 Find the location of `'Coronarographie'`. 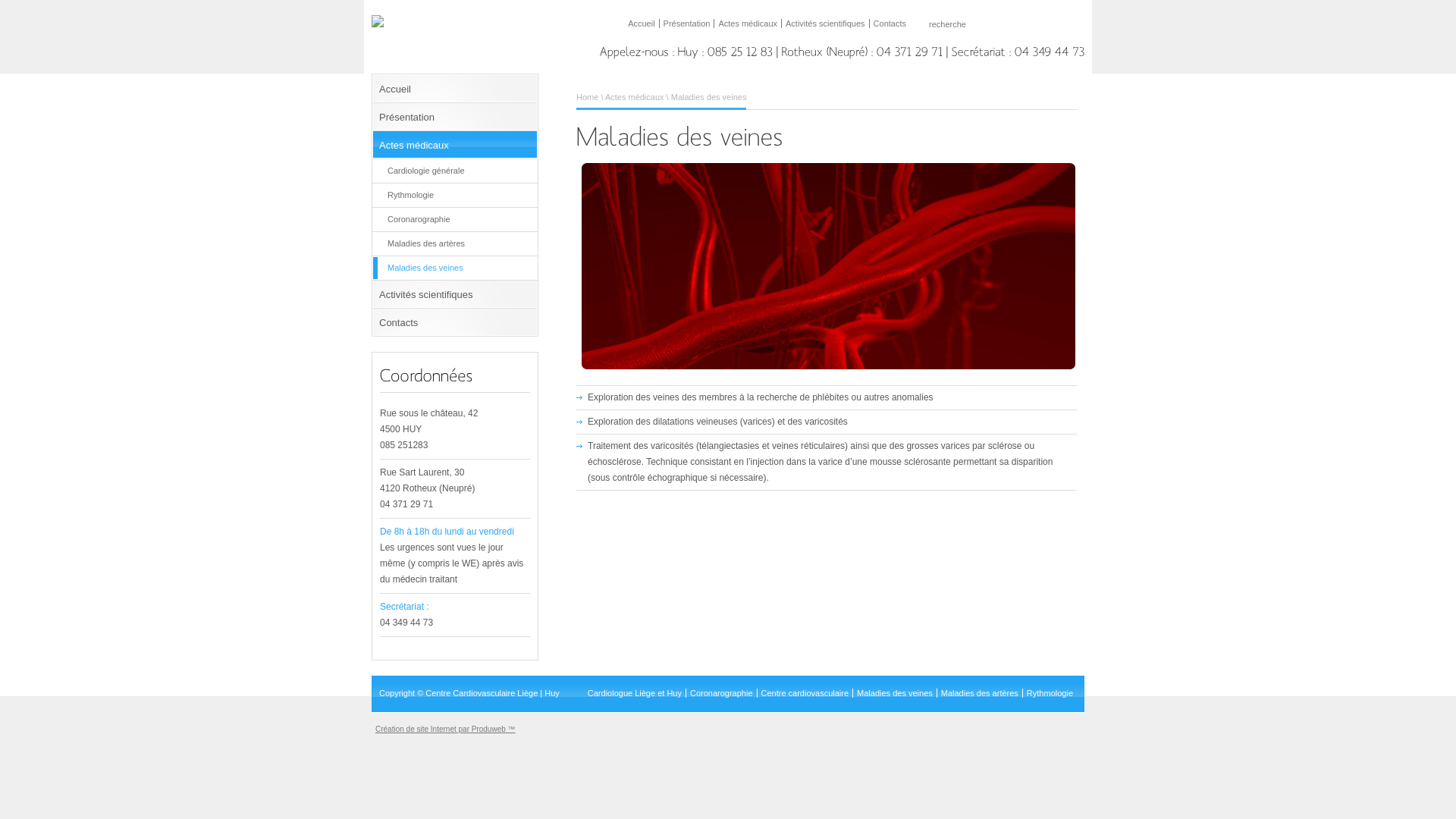

'Coronarographie' is located at coordinates (454, 219).